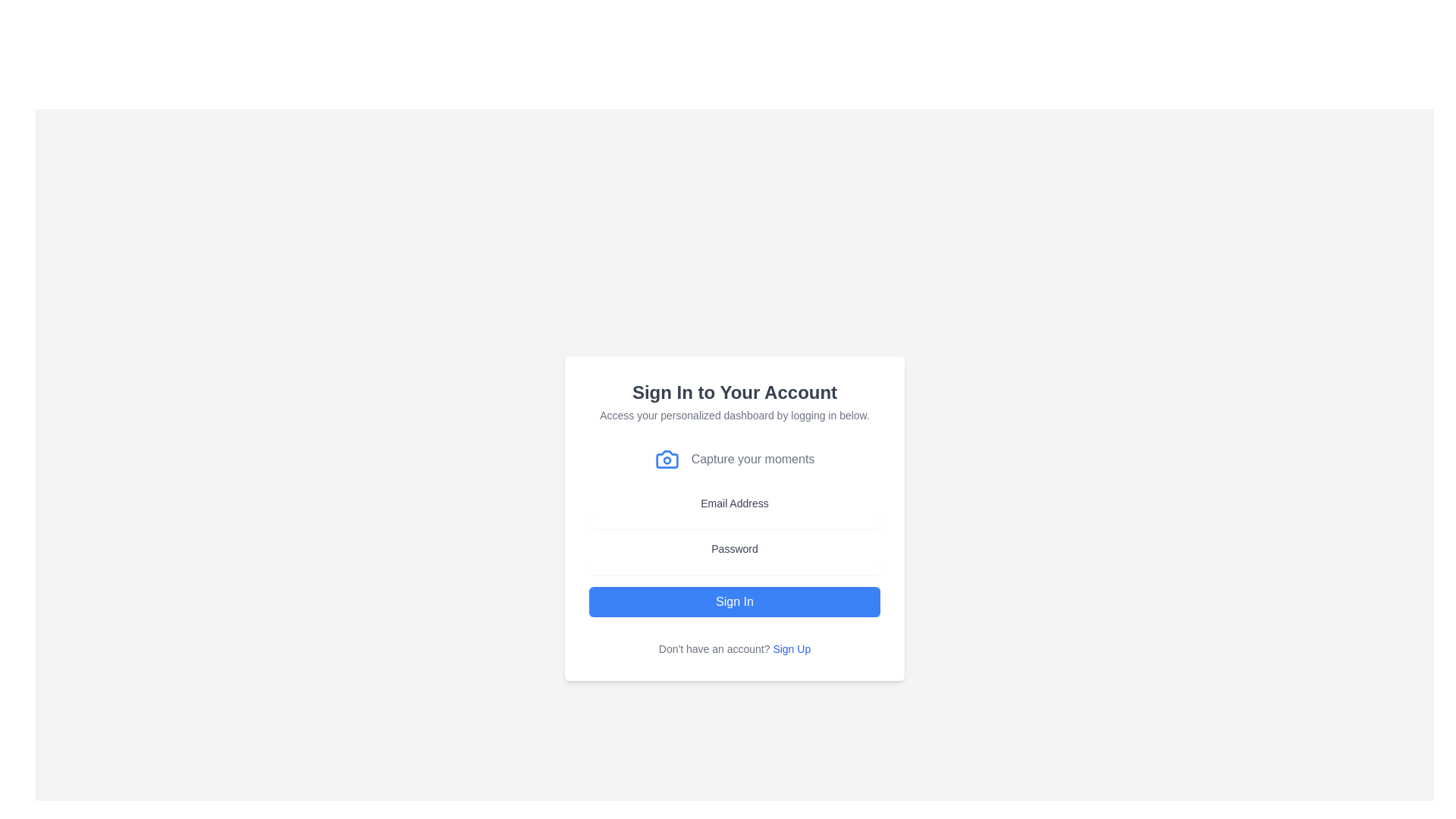 Image resolution: width=1456 pixels, height=819 pixels. What do you see at coordinates (753, 458) in the screenshot?
I see `the text label that says 'Capture your moments', which is styled in gray and located below the heading 'Sign In to Your Account'` at bounding box center [753, 458].